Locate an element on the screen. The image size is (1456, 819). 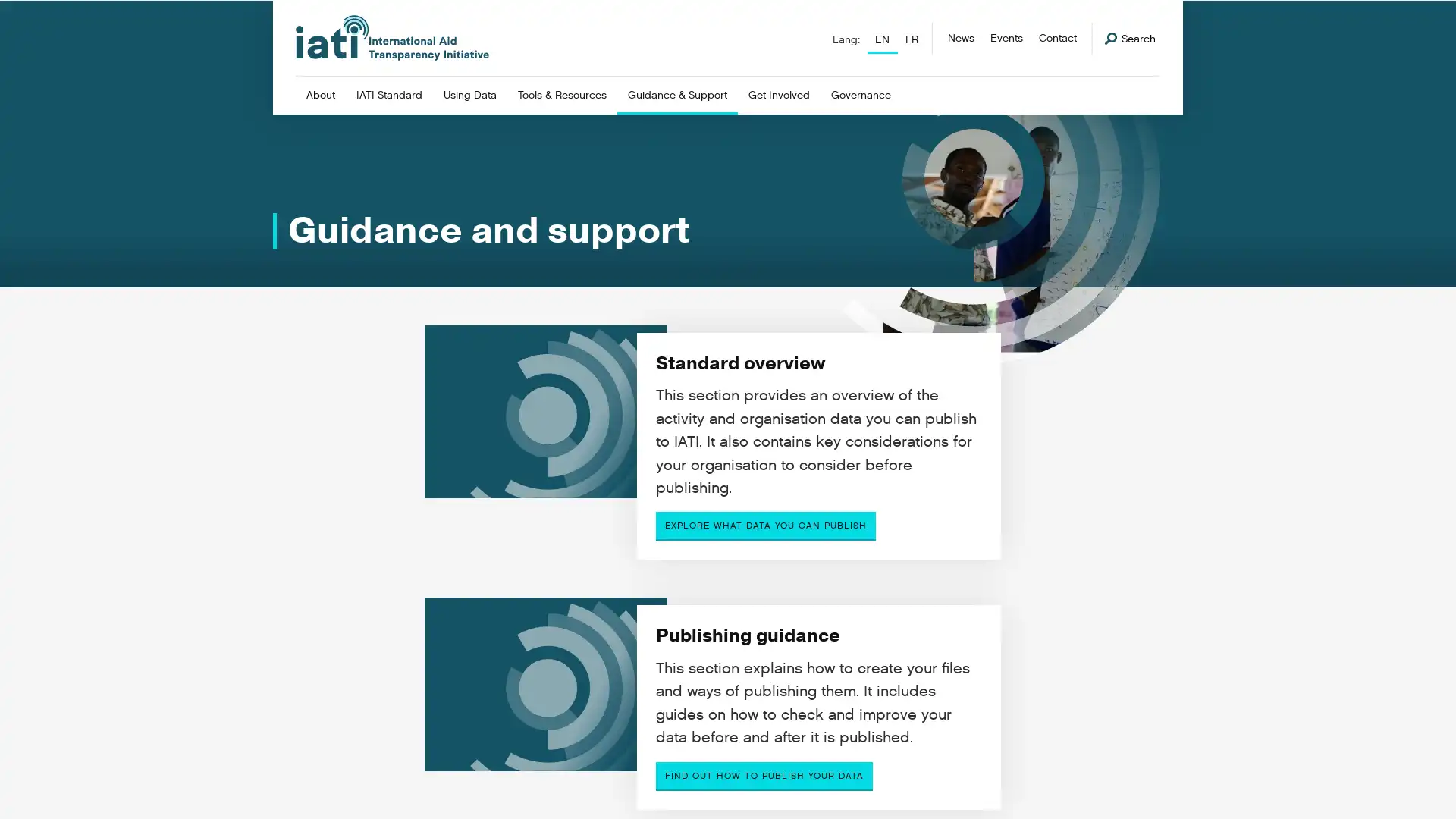
Search is located at coordinates (1130, 38).